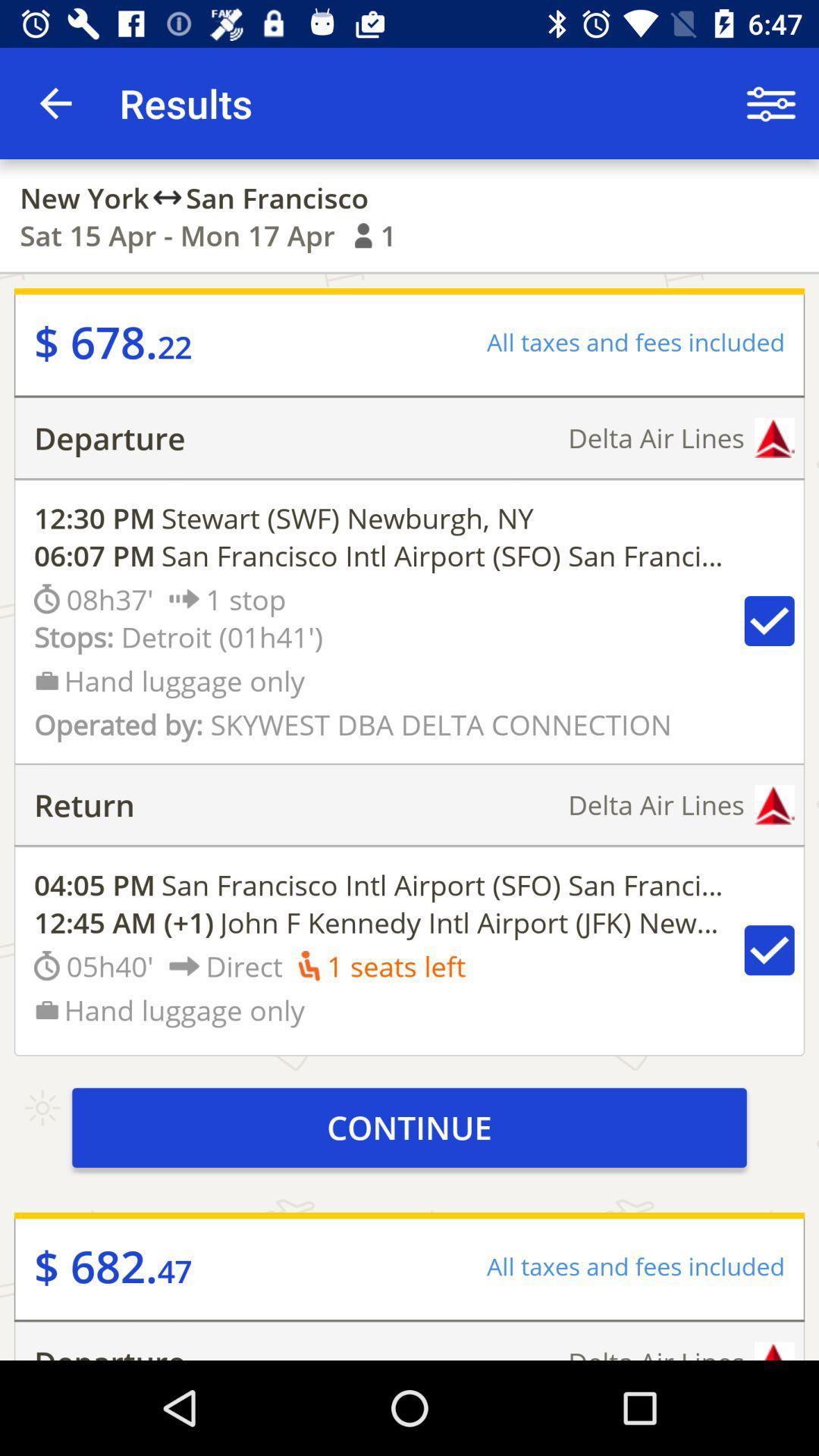 The width and height of the screenshot is (819, 1456). What do you see at coordinates (409, 1128) in the screenshot?
I see `continue` at bounding box center [409, 1128].